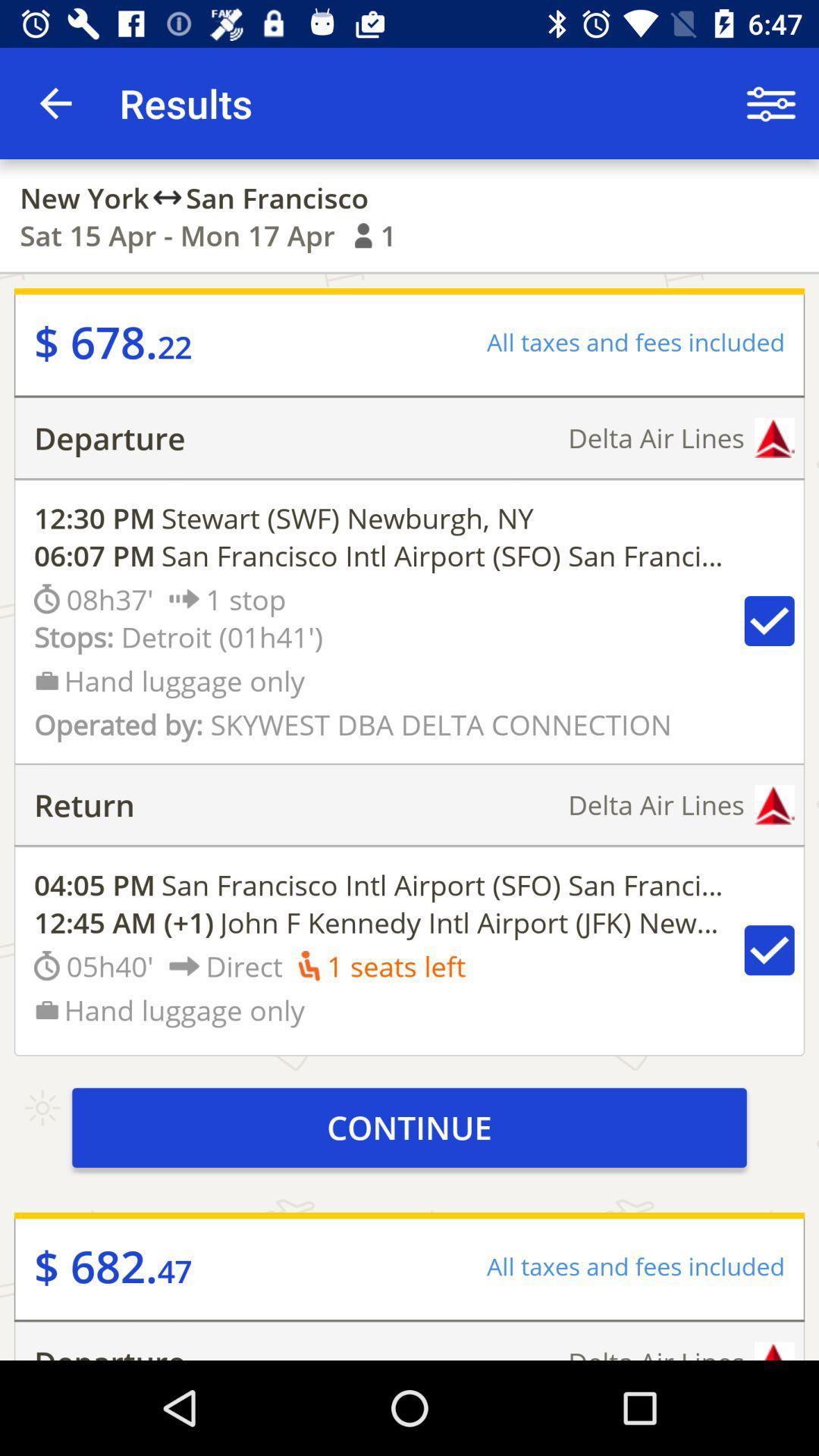 The width and height of the screenshot is (819, 1456). What do you see at coordinates (409, 1128) in the screenshot?
I see `continue` at bounding box center [409, 1128].